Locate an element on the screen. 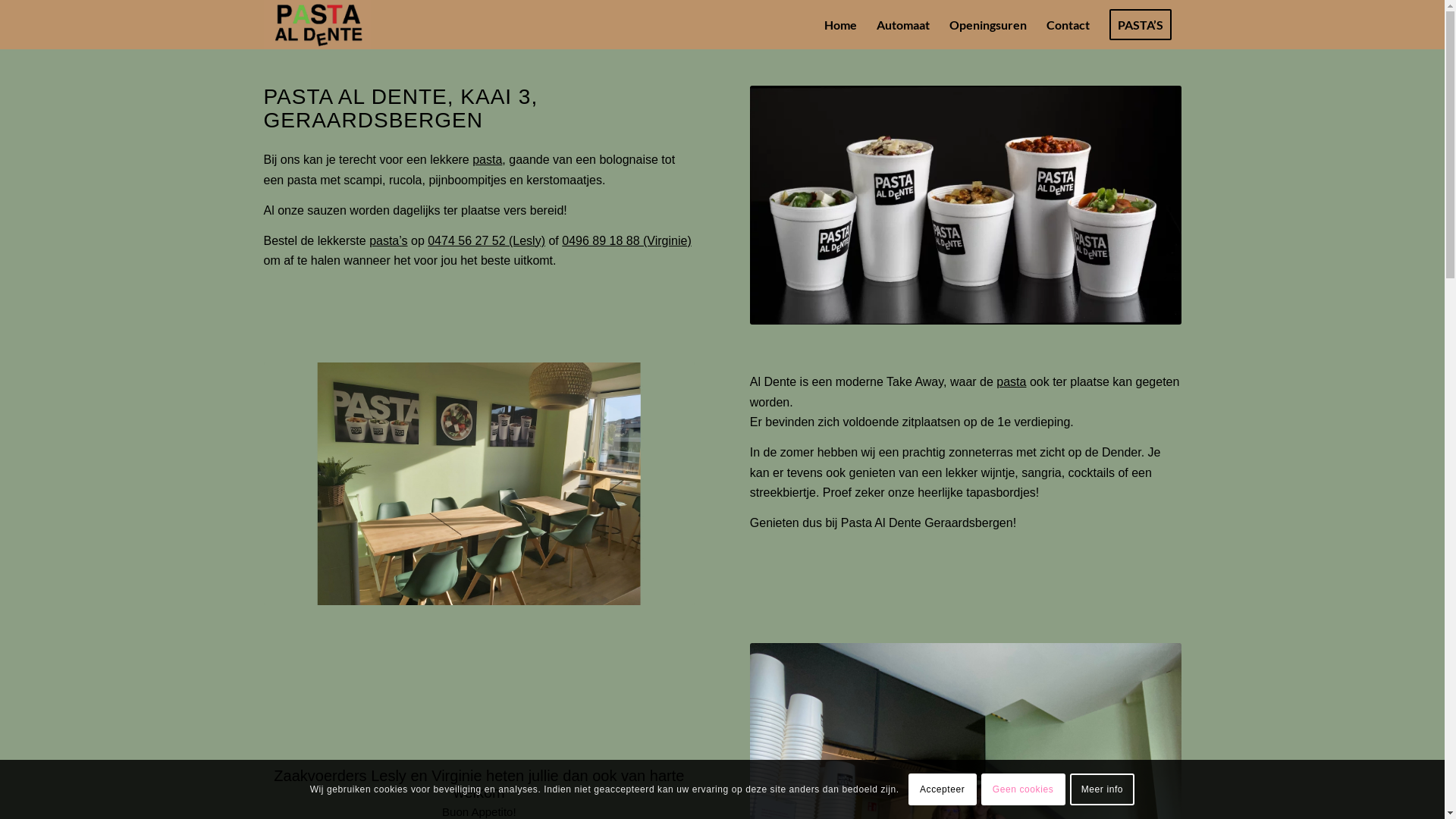  'Contact' is located at coordinates (1035, 24).